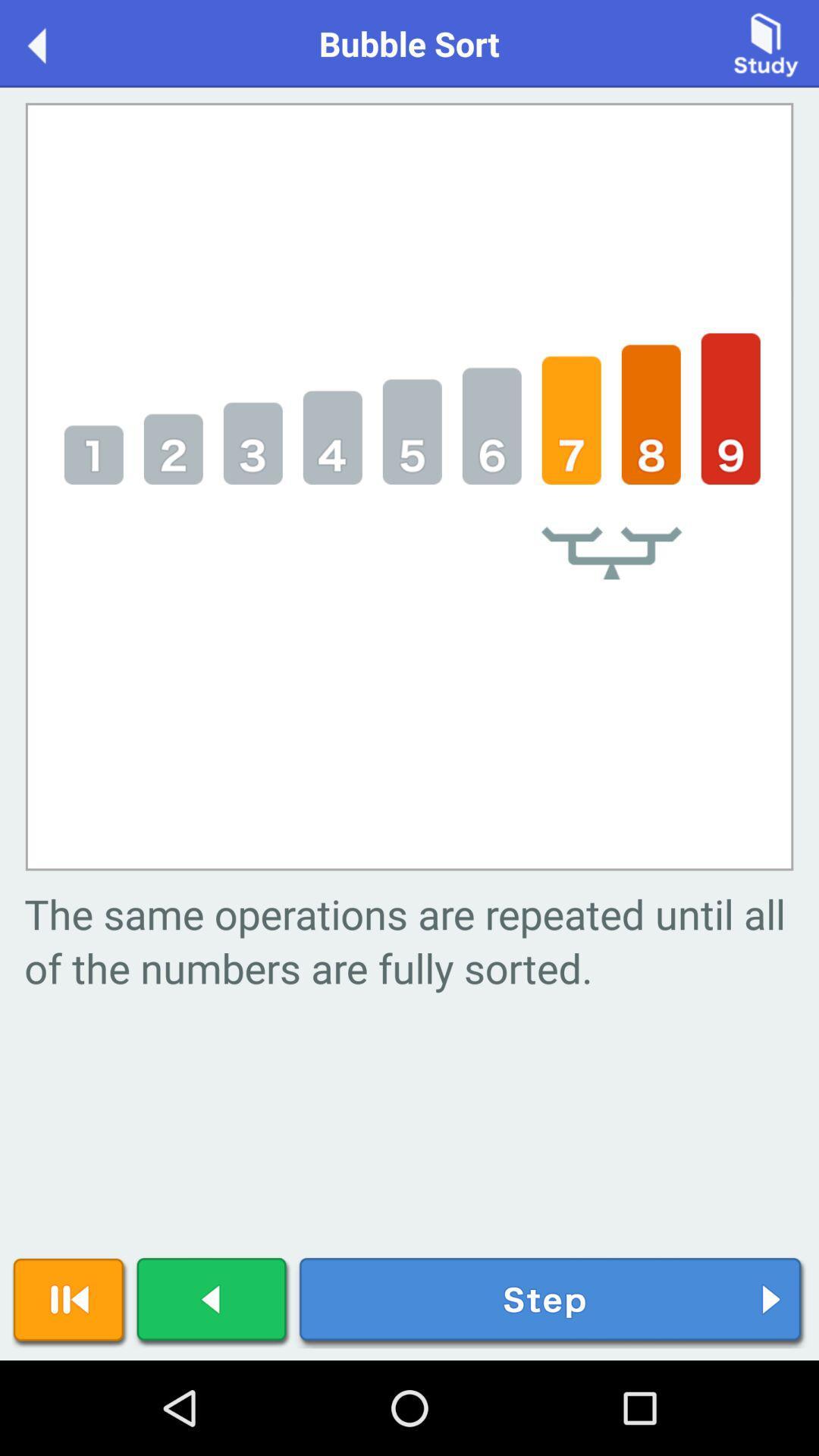 Image resolution: width=819 pixels, height=1456 pixels. Describe the element at coordinates (213, 1301) in the screenshot. I see `play` at that location.